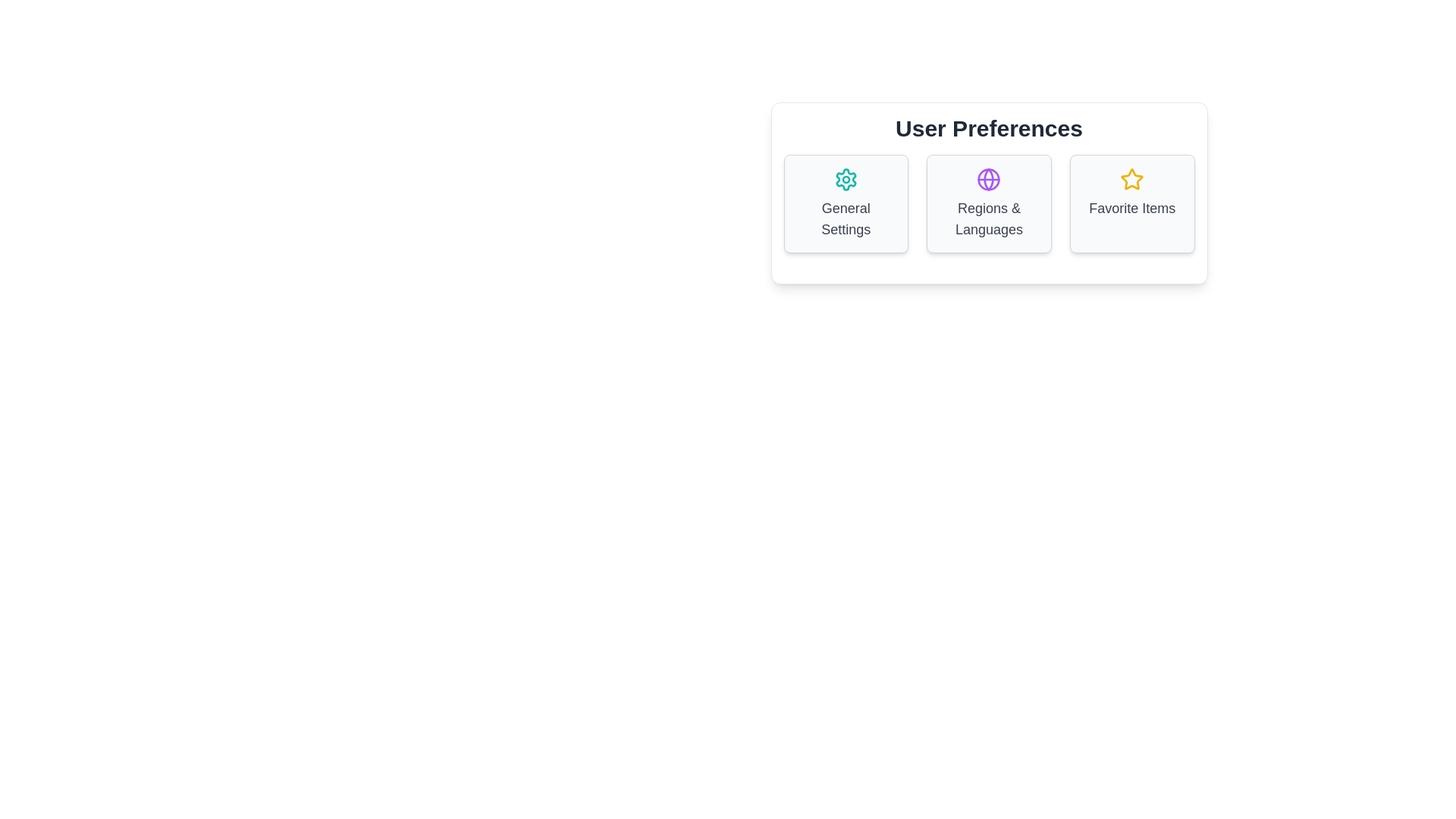 Image resolution: width=1456 pixels, height=819 pixels. Describe the element at coordinates (989, 203) in the screenshot. I see `the button labeled 'Regions & Languages' to observe its hover effect` at that location.